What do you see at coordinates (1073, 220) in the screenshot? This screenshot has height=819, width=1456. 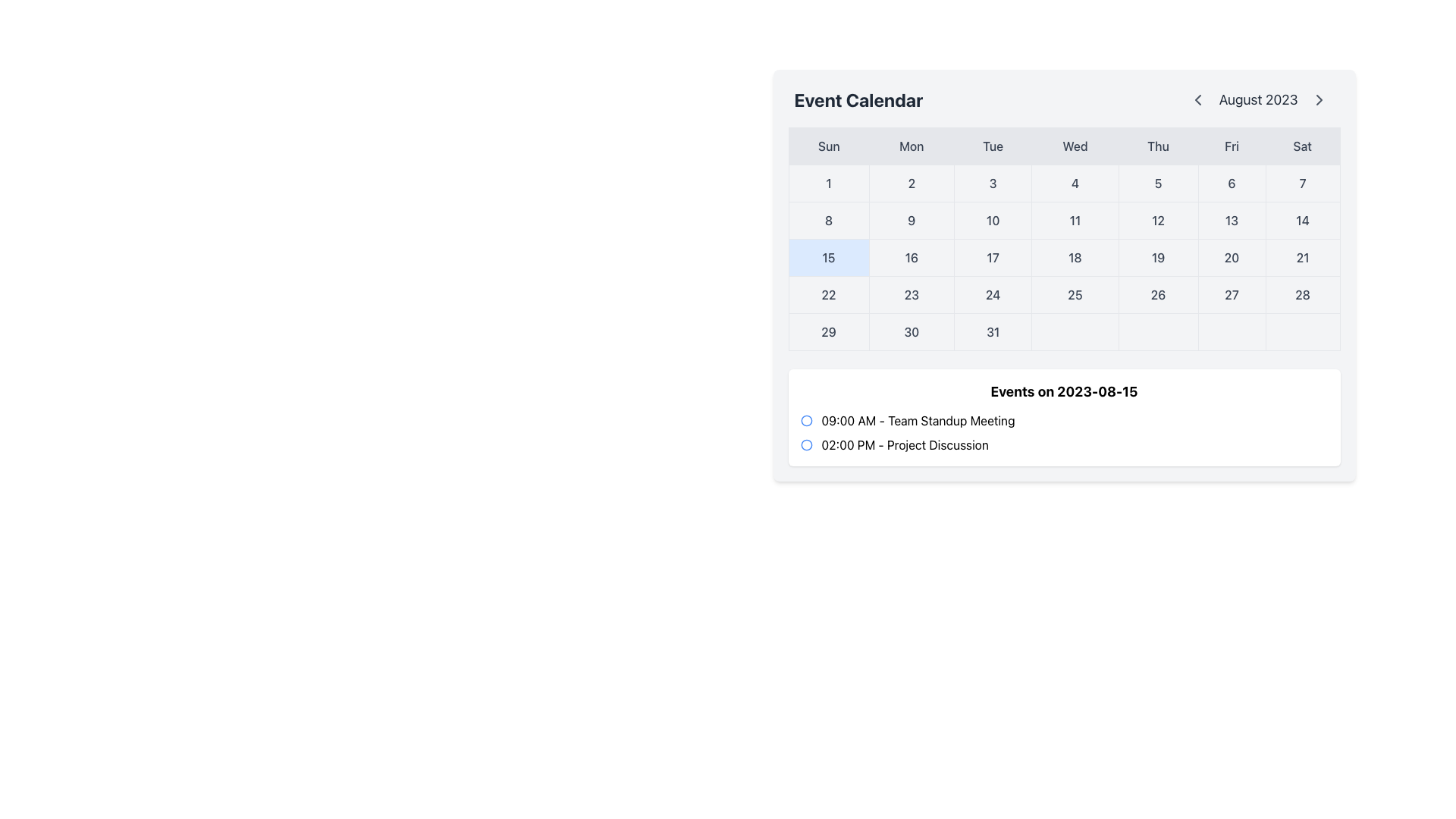 I see `the Calendar date cell displaying the number '11', which is part of a week view grid layout and positioned fourth in its row` at bounding box center [1073, 220].